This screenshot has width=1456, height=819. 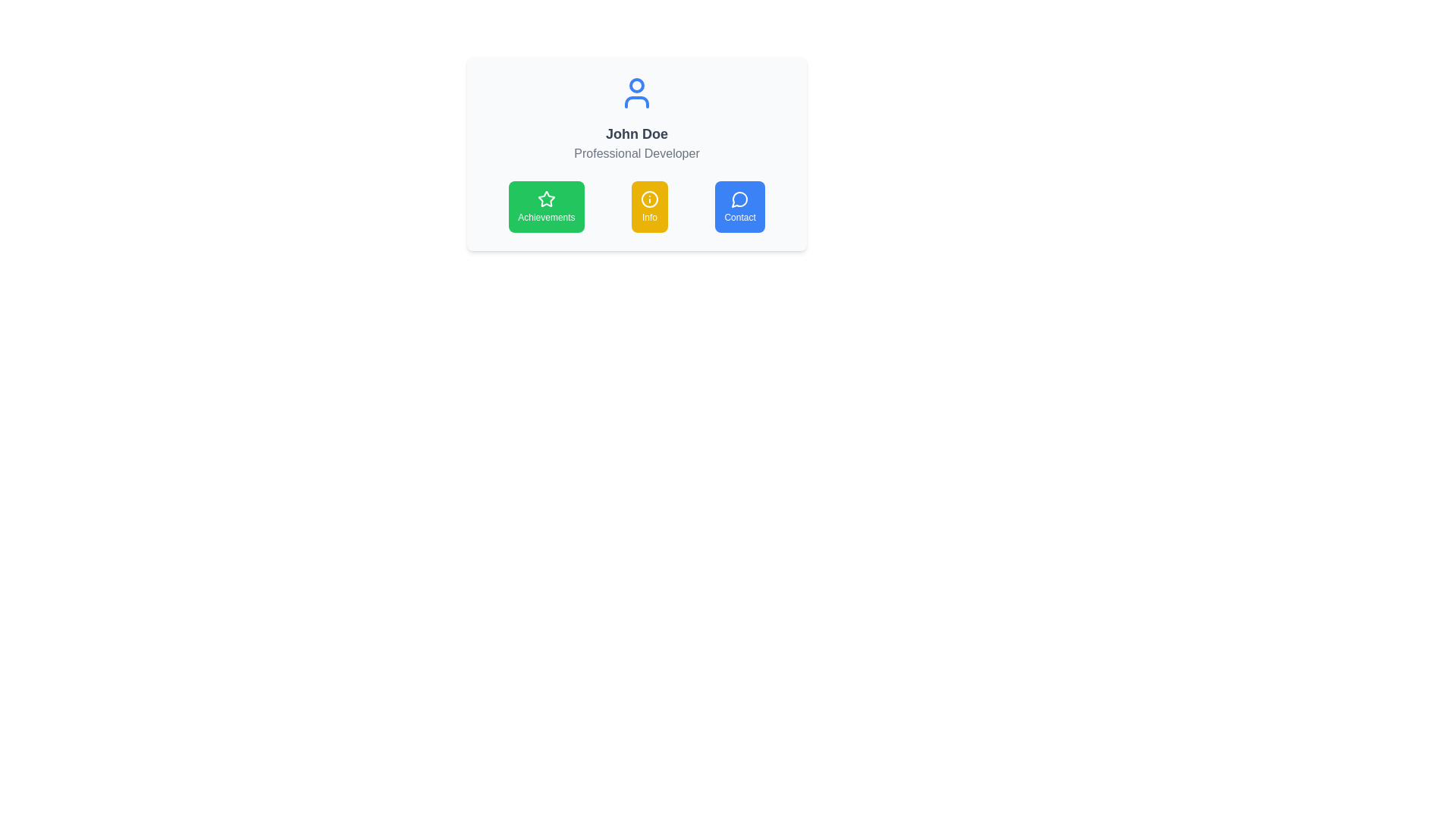 What do you see at coordinates (637, 154) in the screenshot?
I see `the Text Label that provides information about the user's professional role, specifically the label stating 'Professional Developer', which is located underneath the name 'John Doe'` at bounding box center [637, 154].